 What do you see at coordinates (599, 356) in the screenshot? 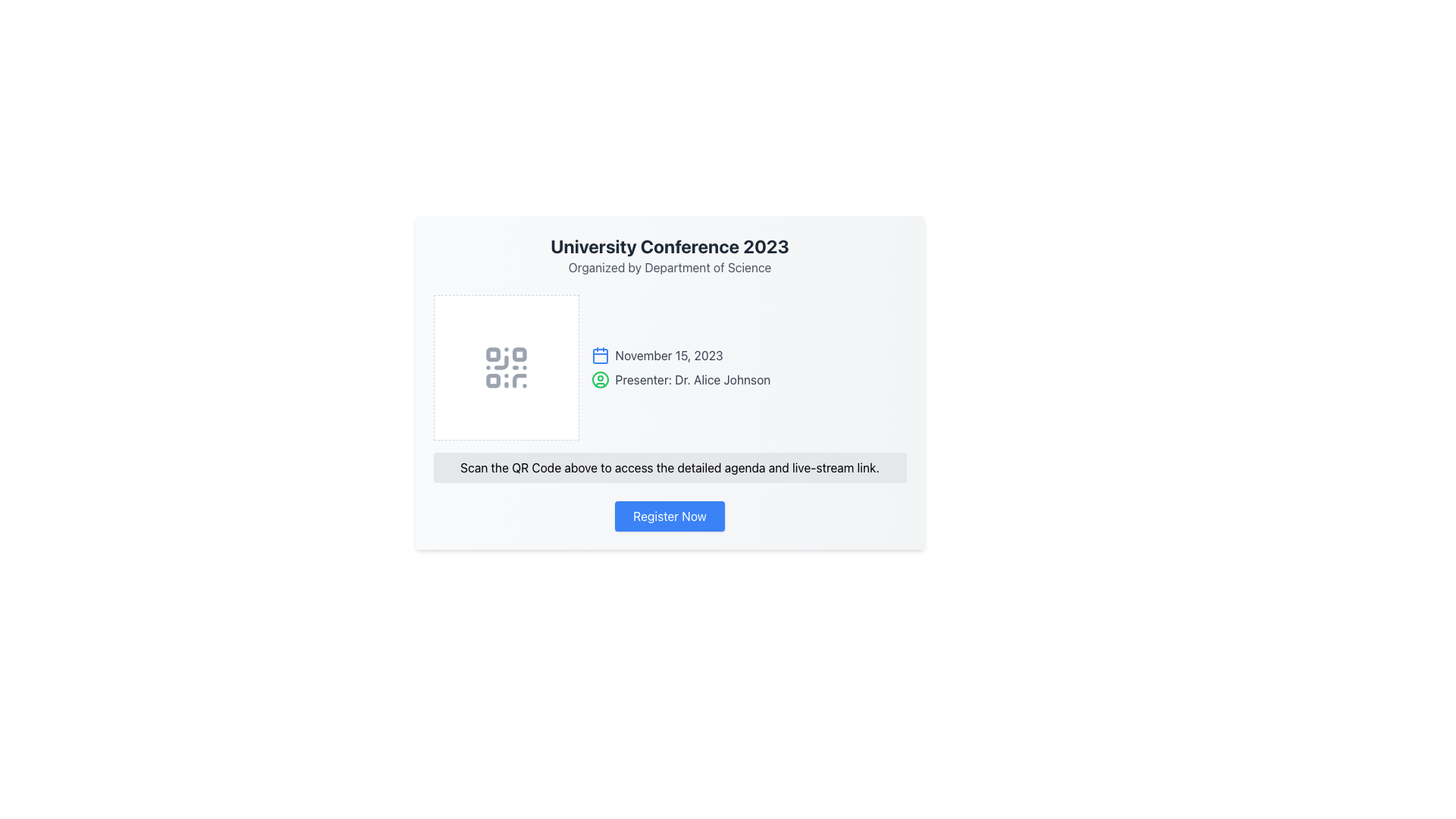
I see `the blue rounded rectangle icon segment located within the calendar symbol, adjacent to the 'November 15, 2023' label` at bounding box center [599, 356].